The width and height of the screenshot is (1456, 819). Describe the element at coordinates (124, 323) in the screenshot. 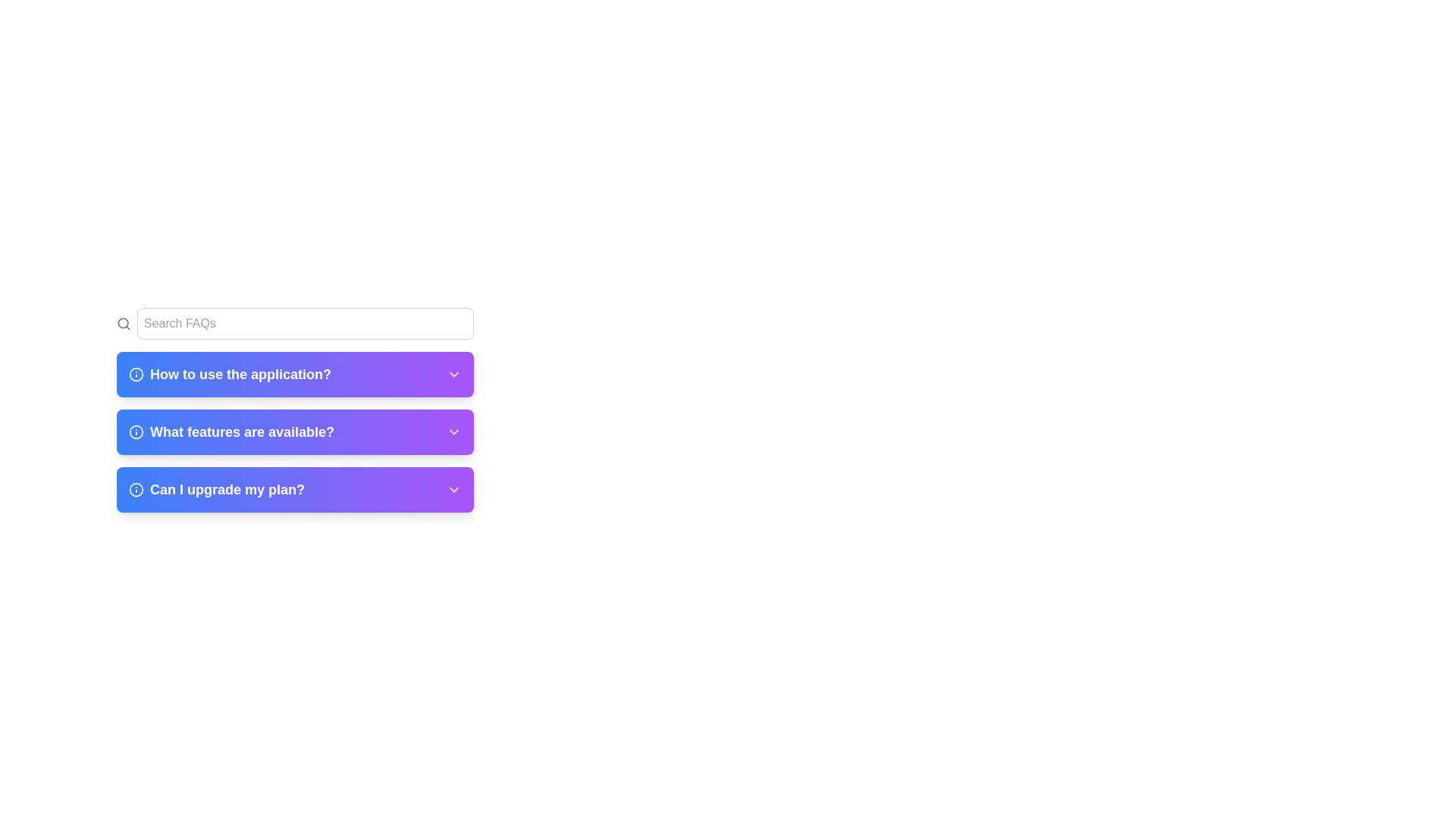

I see `the magnifying glass icon representing the search function, located inside the search bar at the left side near the top section of the interface` at that location.